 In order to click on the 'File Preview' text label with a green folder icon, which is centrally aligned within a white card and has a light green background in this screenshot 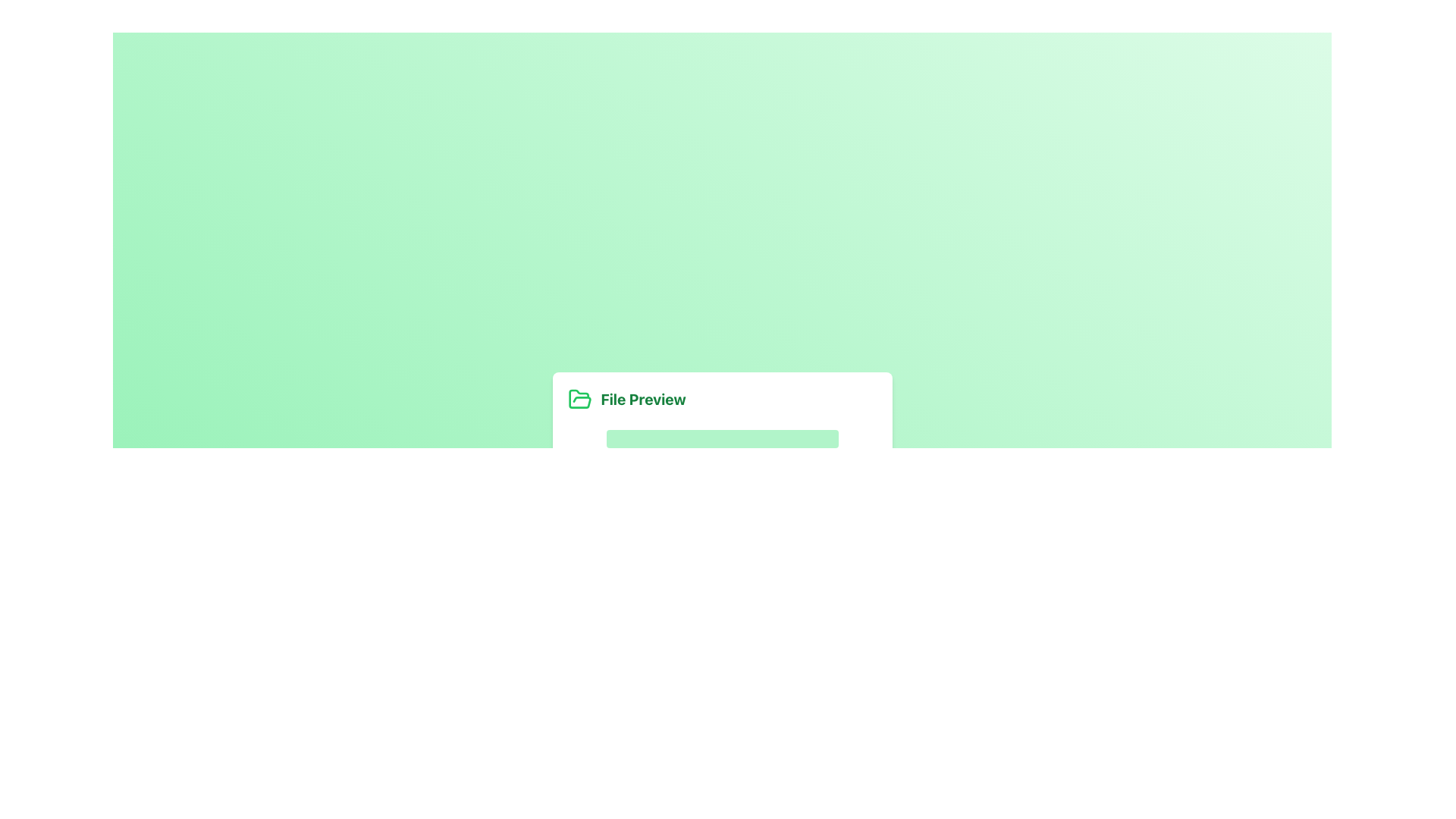, I will do `click(721, 441)`.